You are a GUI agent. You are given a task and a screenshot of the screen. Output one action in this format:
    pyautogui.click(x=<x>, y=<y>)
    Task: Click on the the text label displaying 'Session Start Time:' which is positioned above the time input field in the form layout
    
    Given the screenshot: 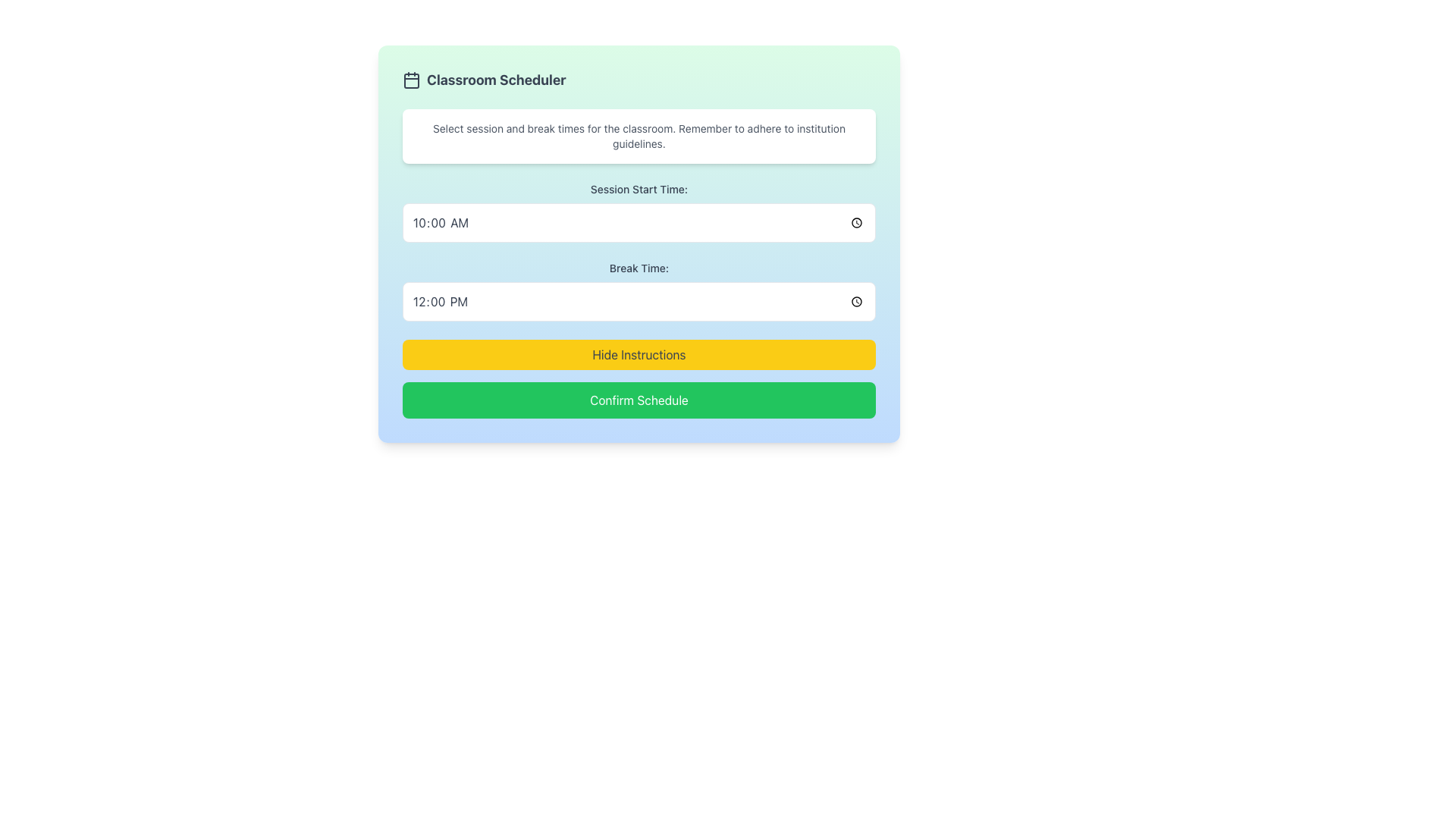 What is the action you would take?
    pyautogui.click(x=639, y=189)
    